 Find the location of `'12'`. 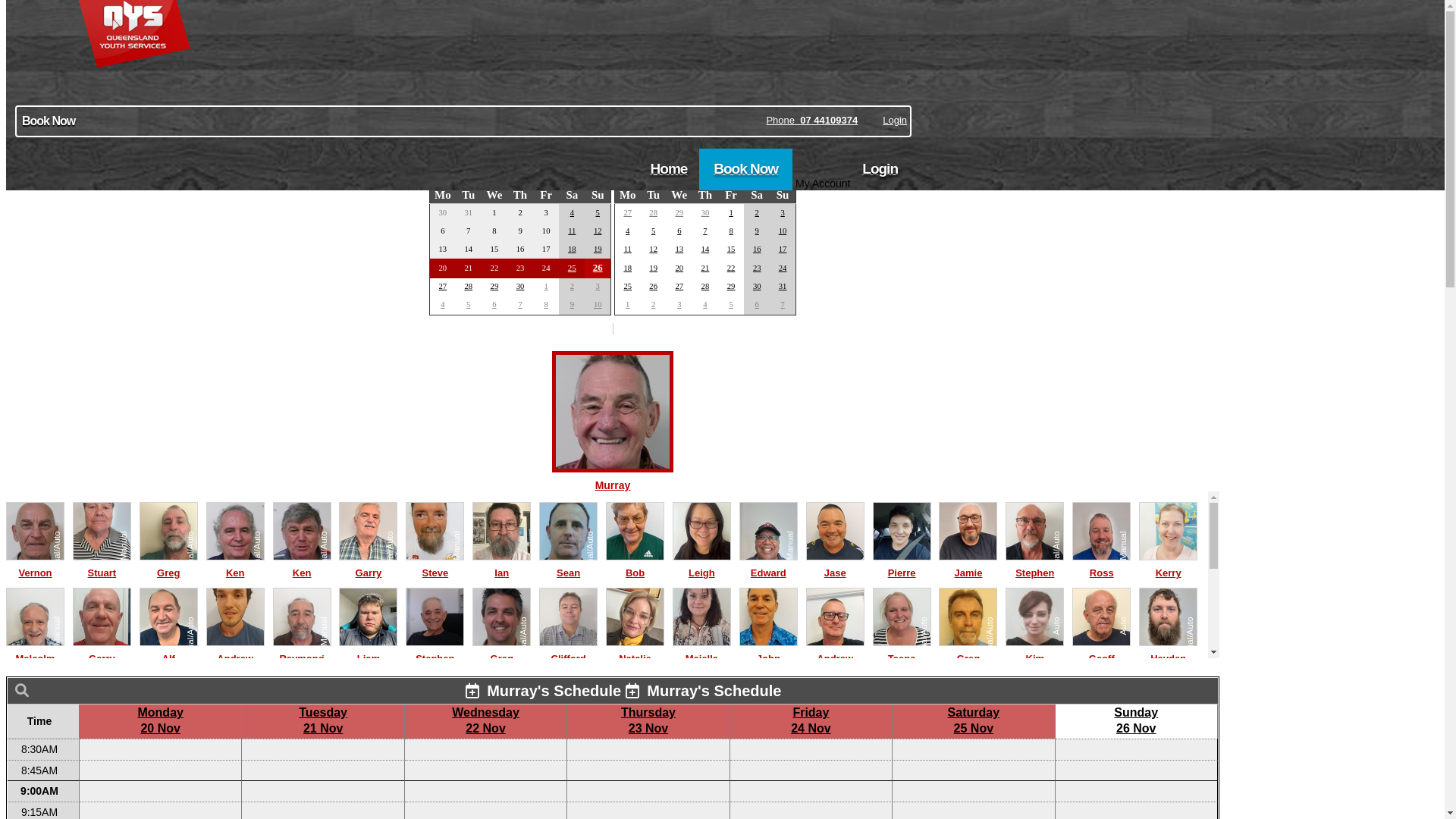

'12' is located at coordinates (597, 231).